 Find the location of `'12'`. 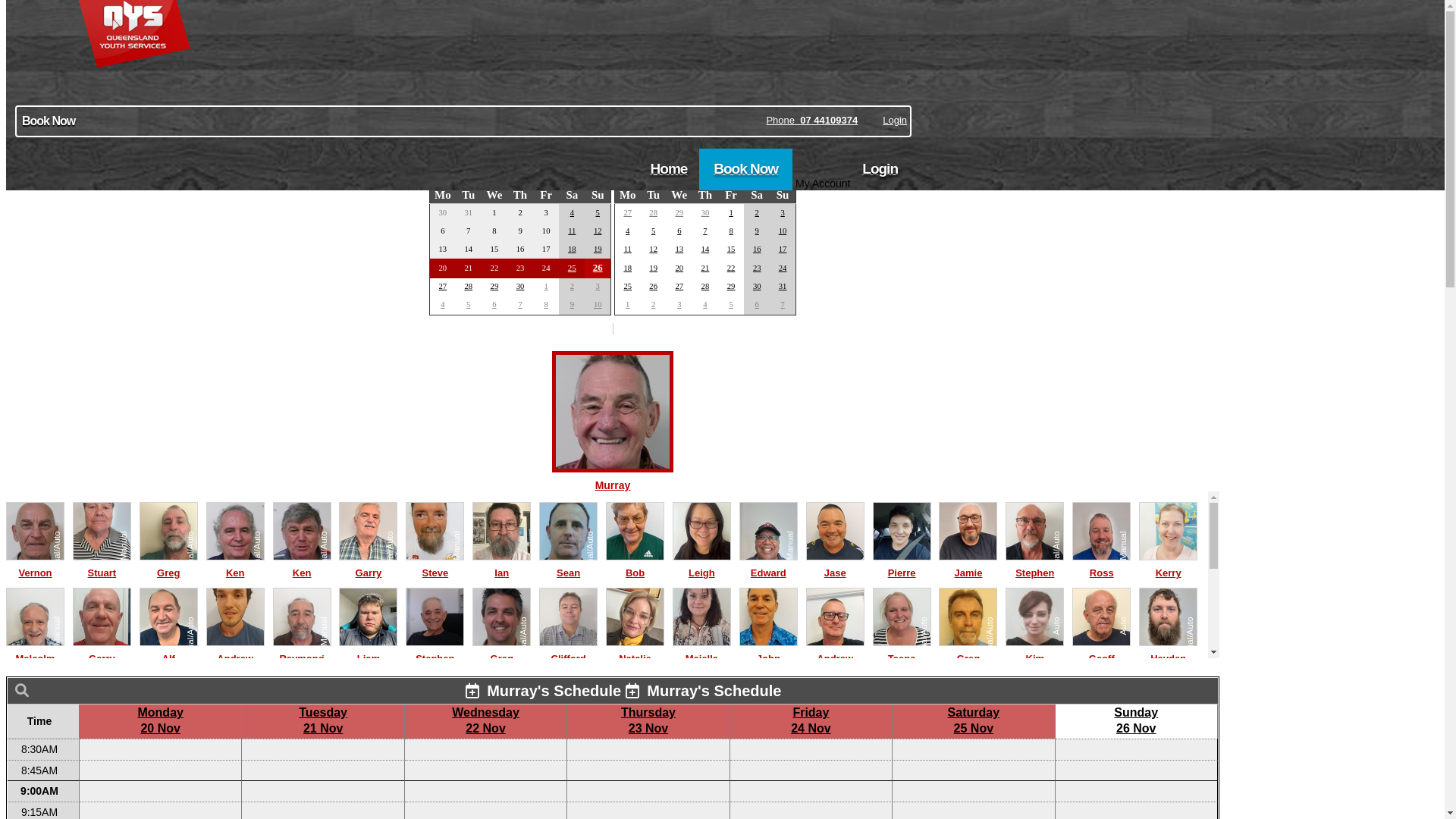

'12' is located at coordinates (597, 231).